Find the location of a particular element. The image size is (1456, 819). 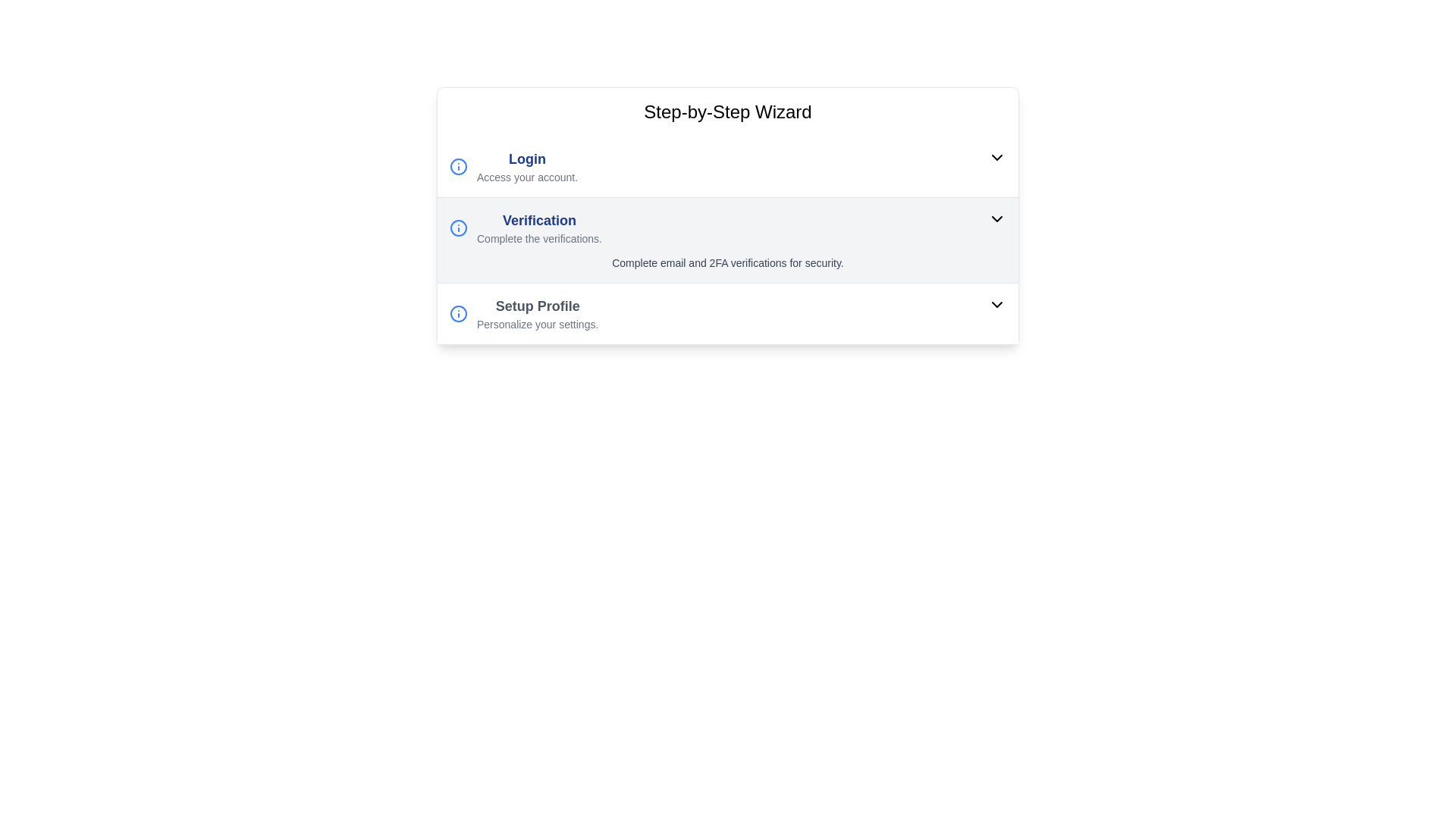

the text label 'Step-by-Step Wizard', which is displayed in a bold, large font at the top center of the wizard interface is located at coordinates (728, 111).